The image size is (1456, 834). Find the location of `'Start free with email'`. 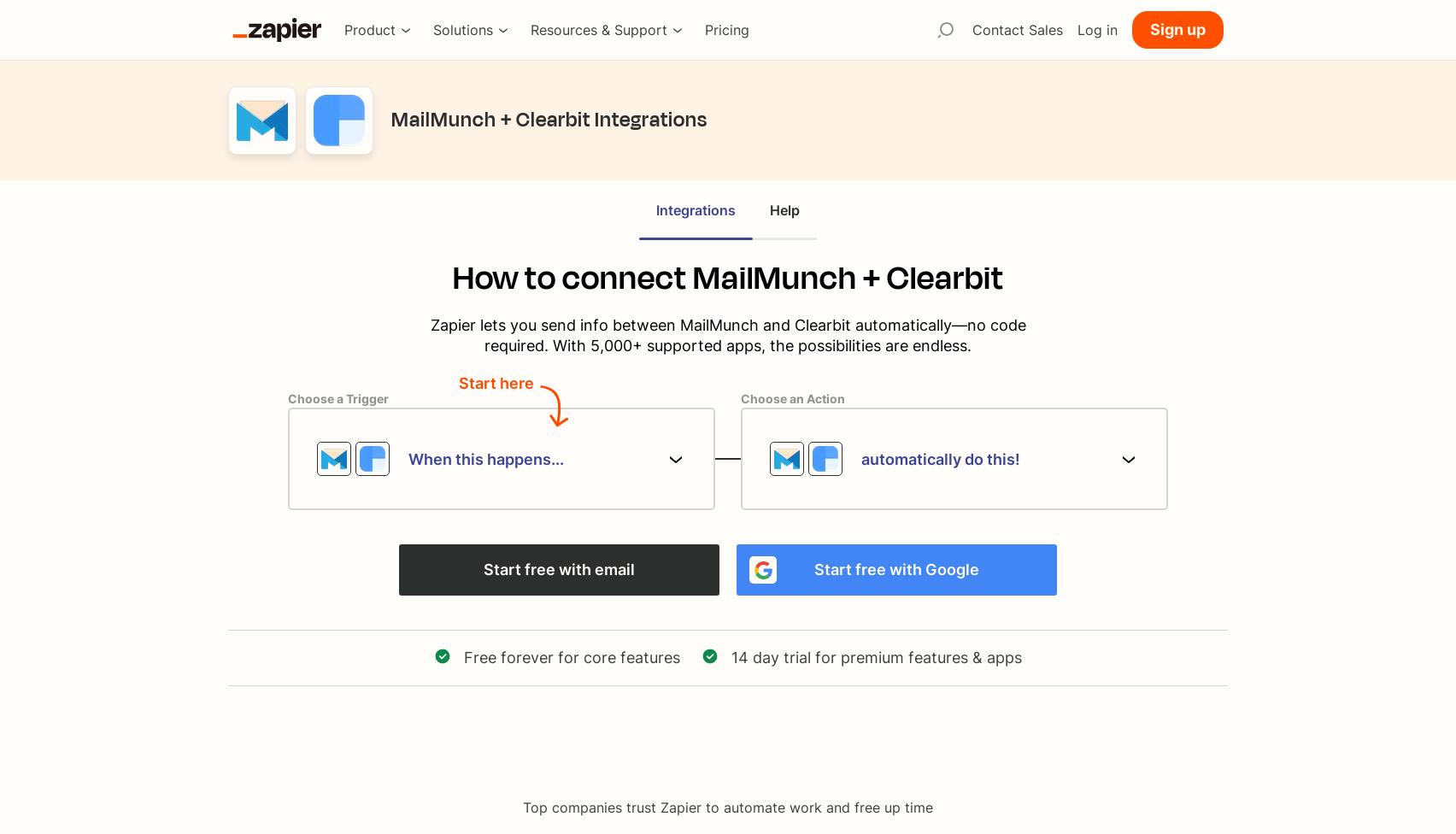

'Start free with email' is located at coordinates (558, 568).